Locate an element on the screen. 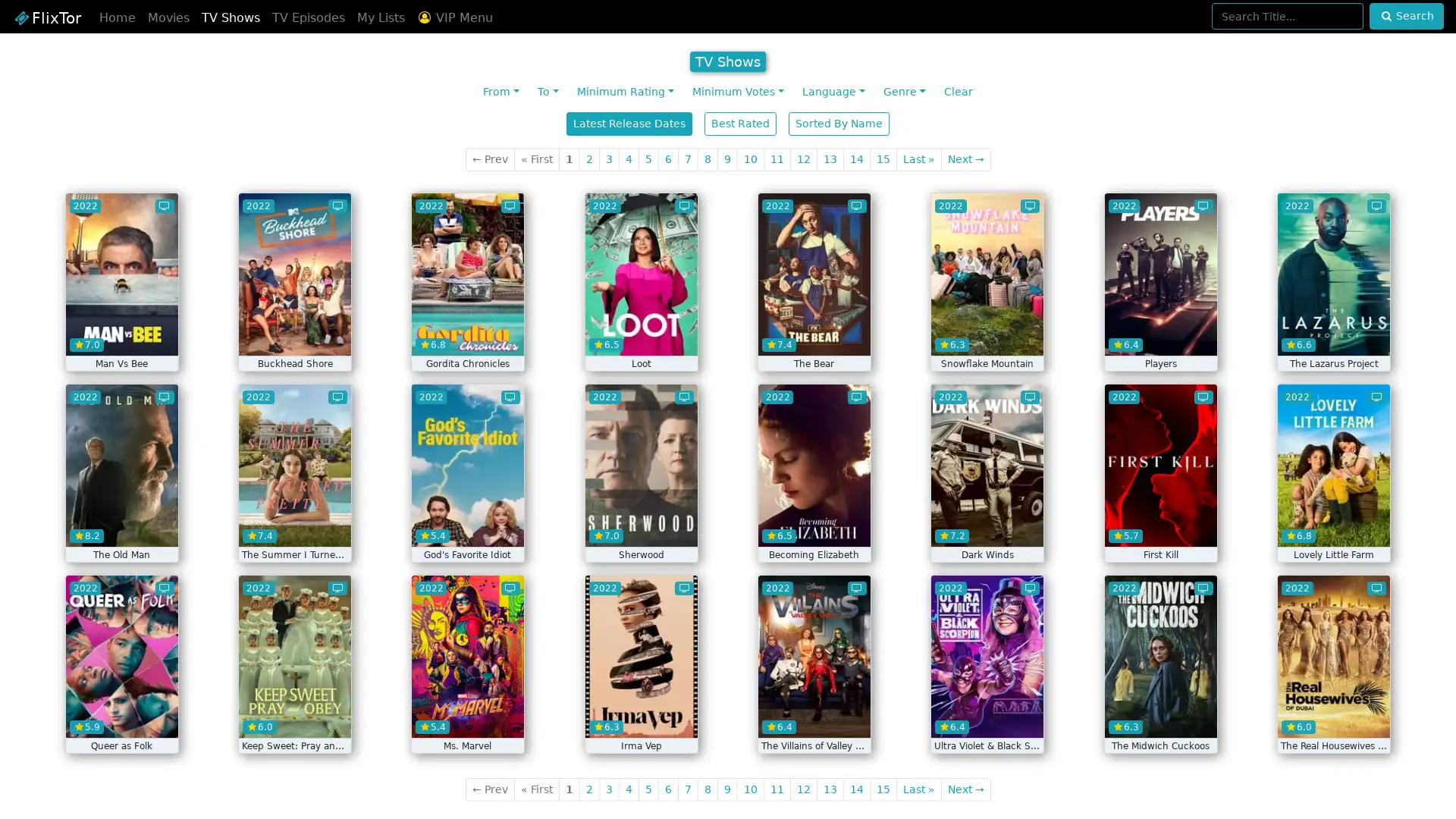 The image size is (1456, 819). Watch Now is located at coordinates (641, 332).